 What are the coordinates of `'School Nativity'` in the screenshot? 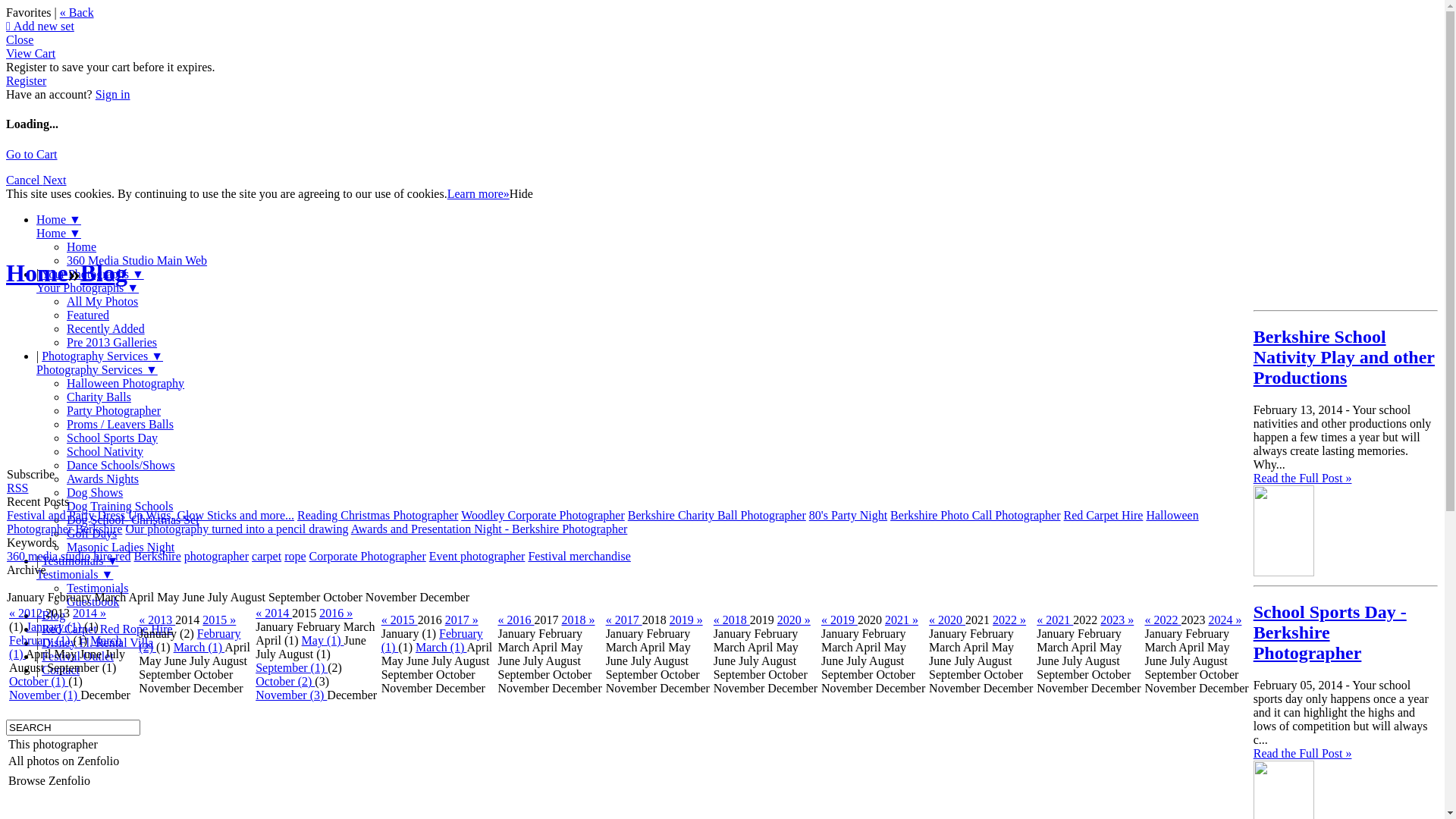 It's located at (104, 450).